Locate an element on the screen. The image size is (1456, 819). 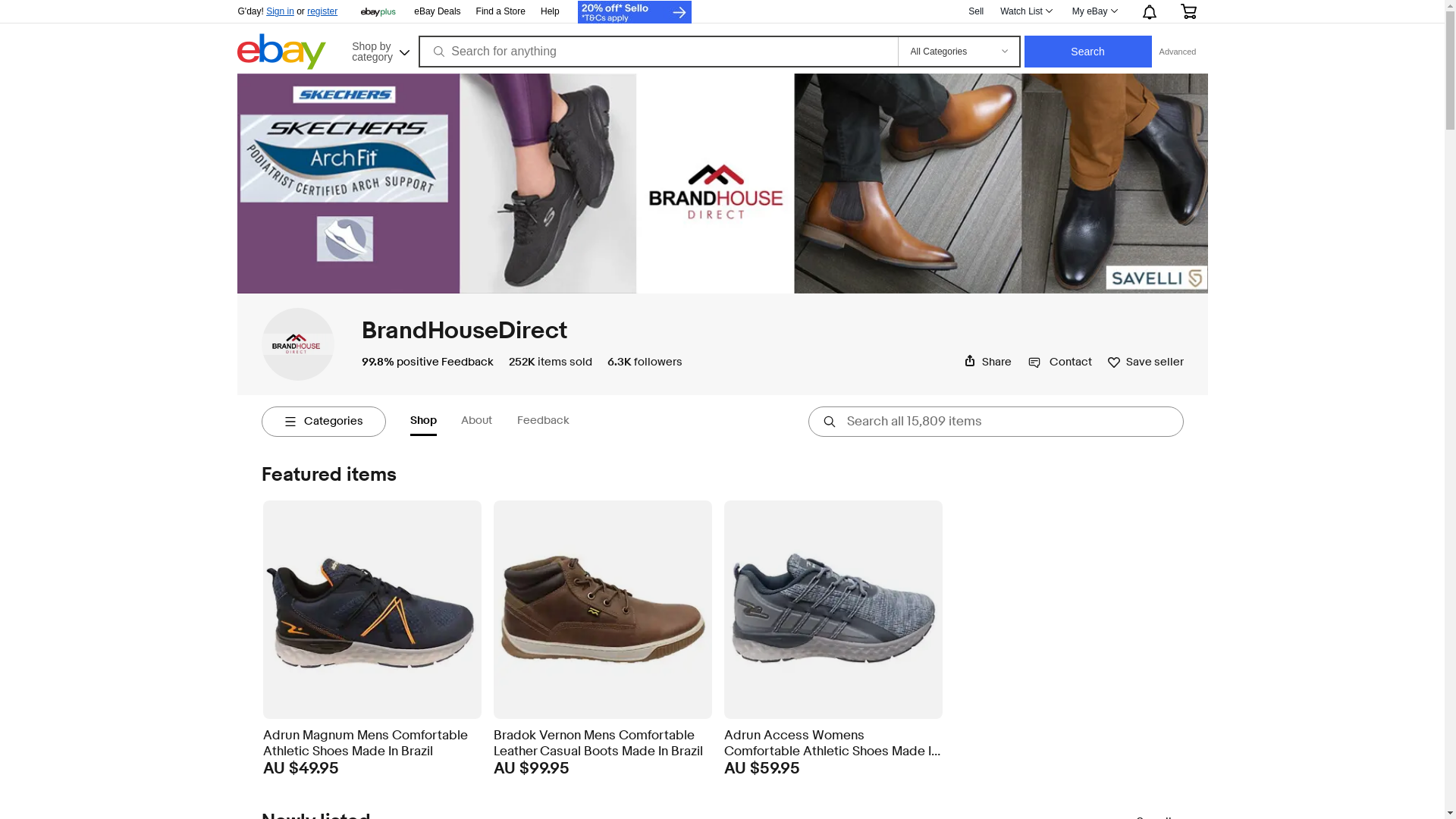
'BrandHouseDirect' is located at coordinates (463, 330).